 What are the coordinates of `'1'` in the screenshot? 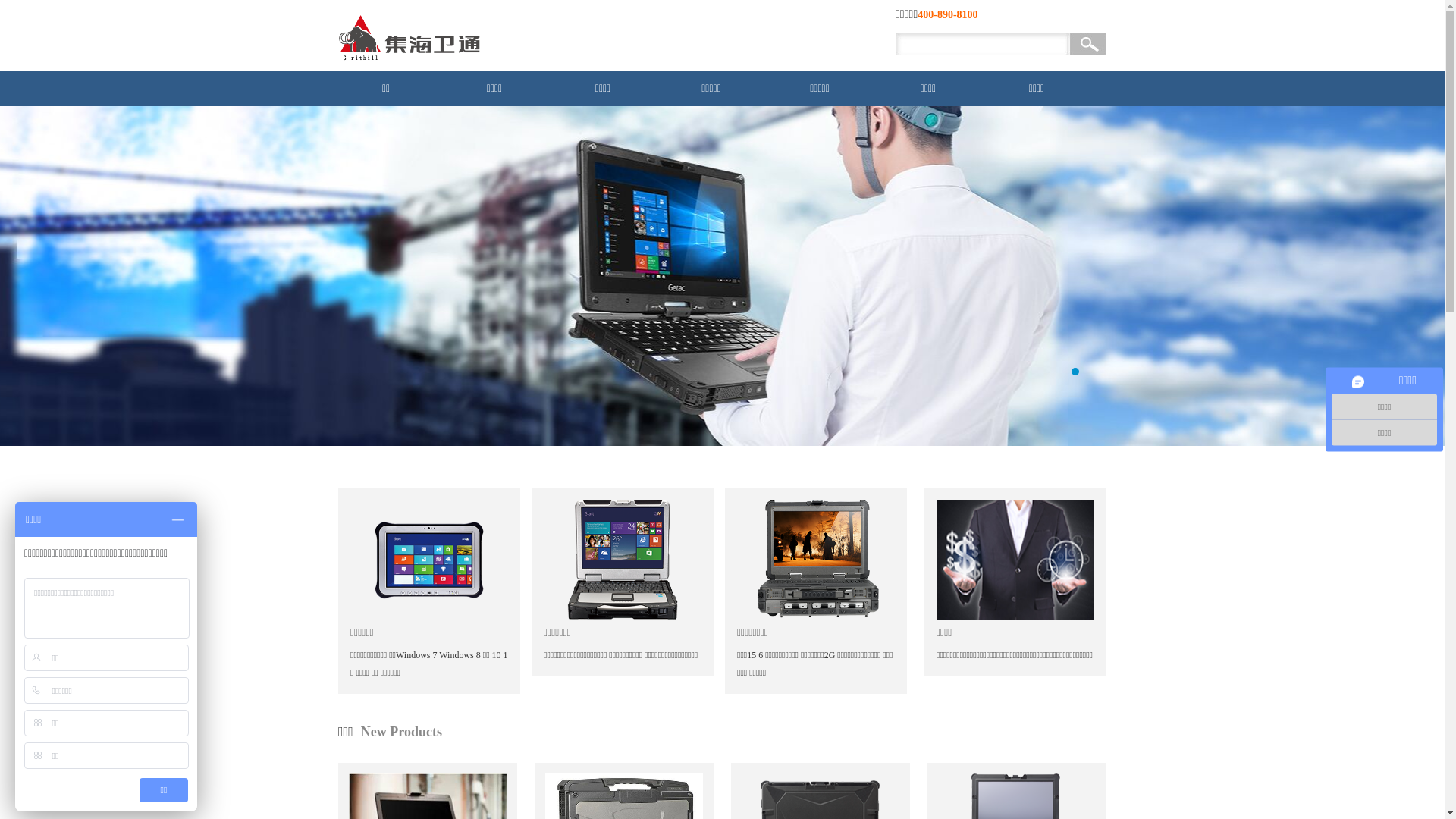 It's located at (1073, 371).